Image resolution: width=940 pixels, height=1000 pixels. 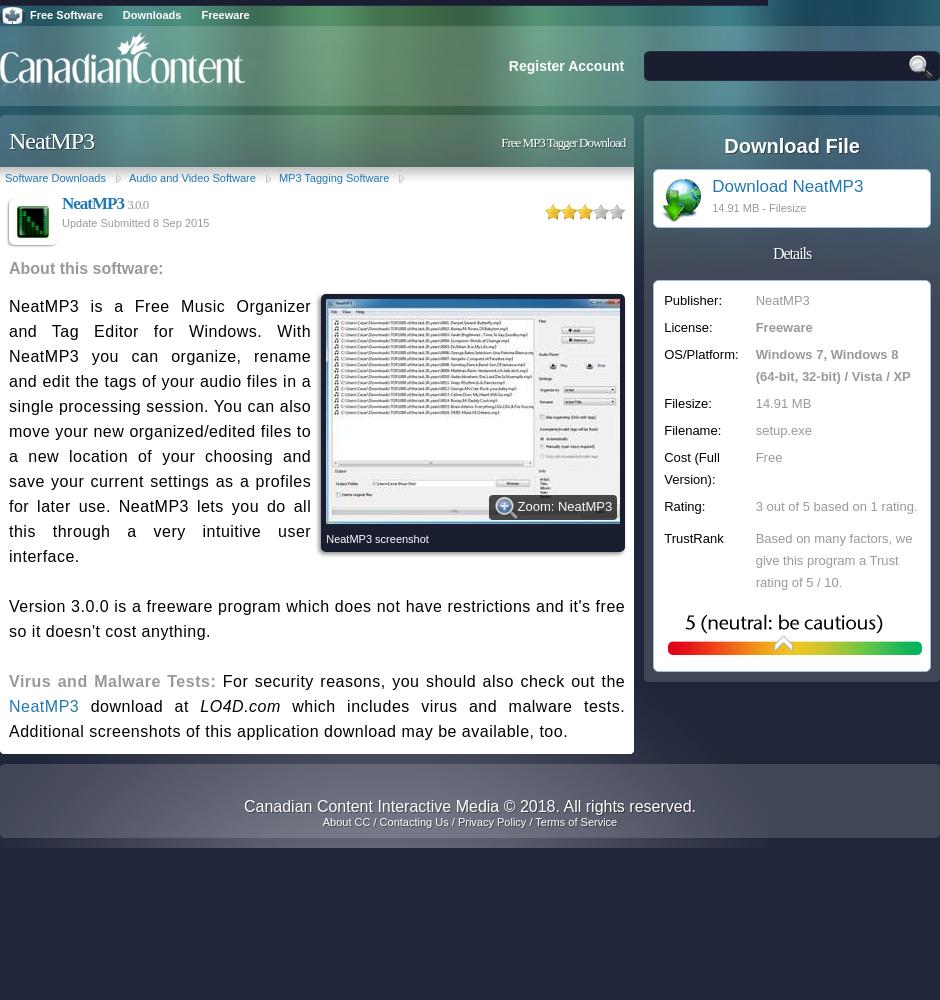 What do you see at coordinates (53, 178) in the screenshot?
I see `'Software Downloads'` at bounding box center [53, 178].